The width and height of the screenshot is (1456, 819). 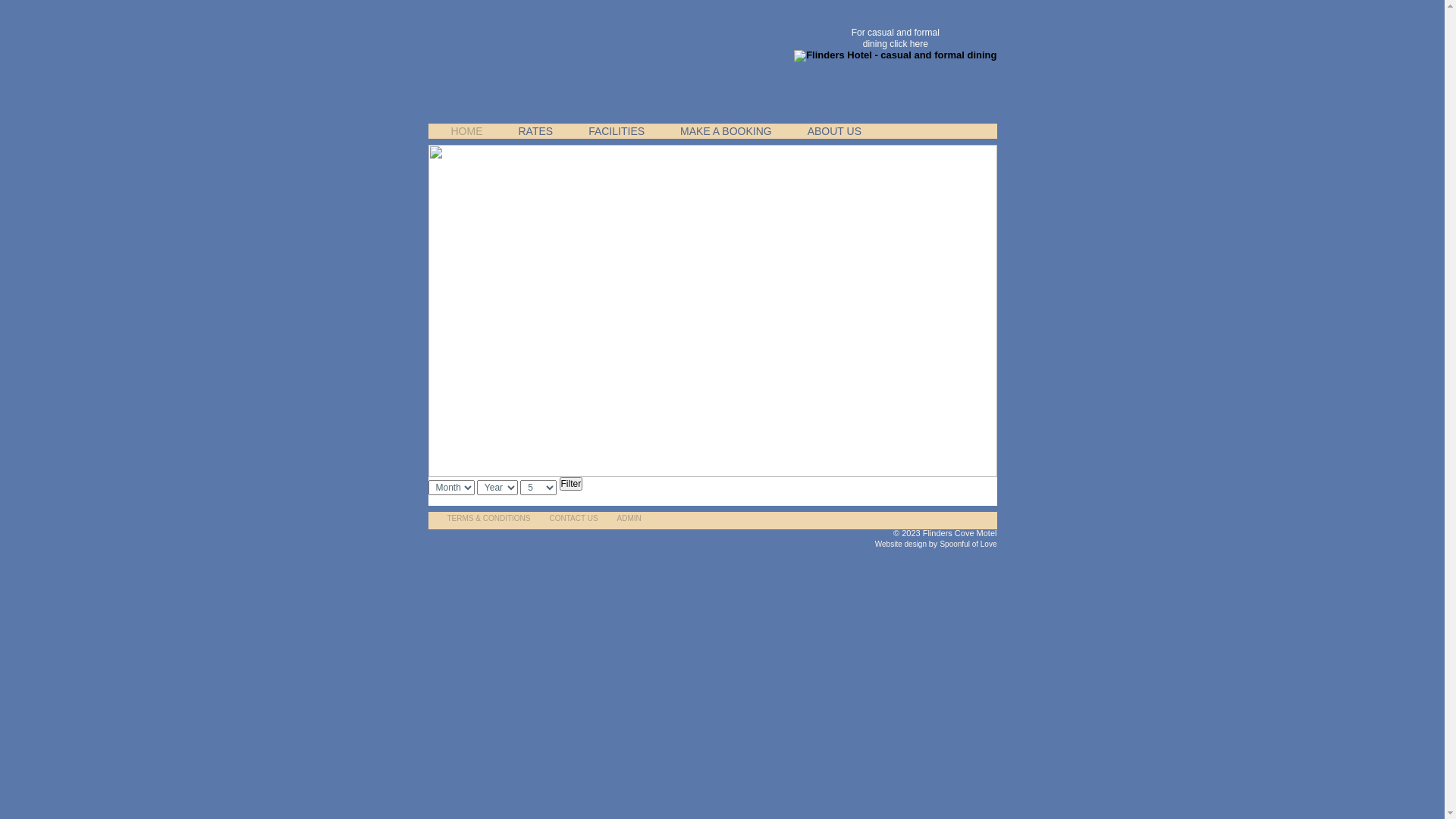 What do you see at coordinates (829, 130) in the screenshot?
I see `'ABOUT US'` at bounding box center [829, 130].